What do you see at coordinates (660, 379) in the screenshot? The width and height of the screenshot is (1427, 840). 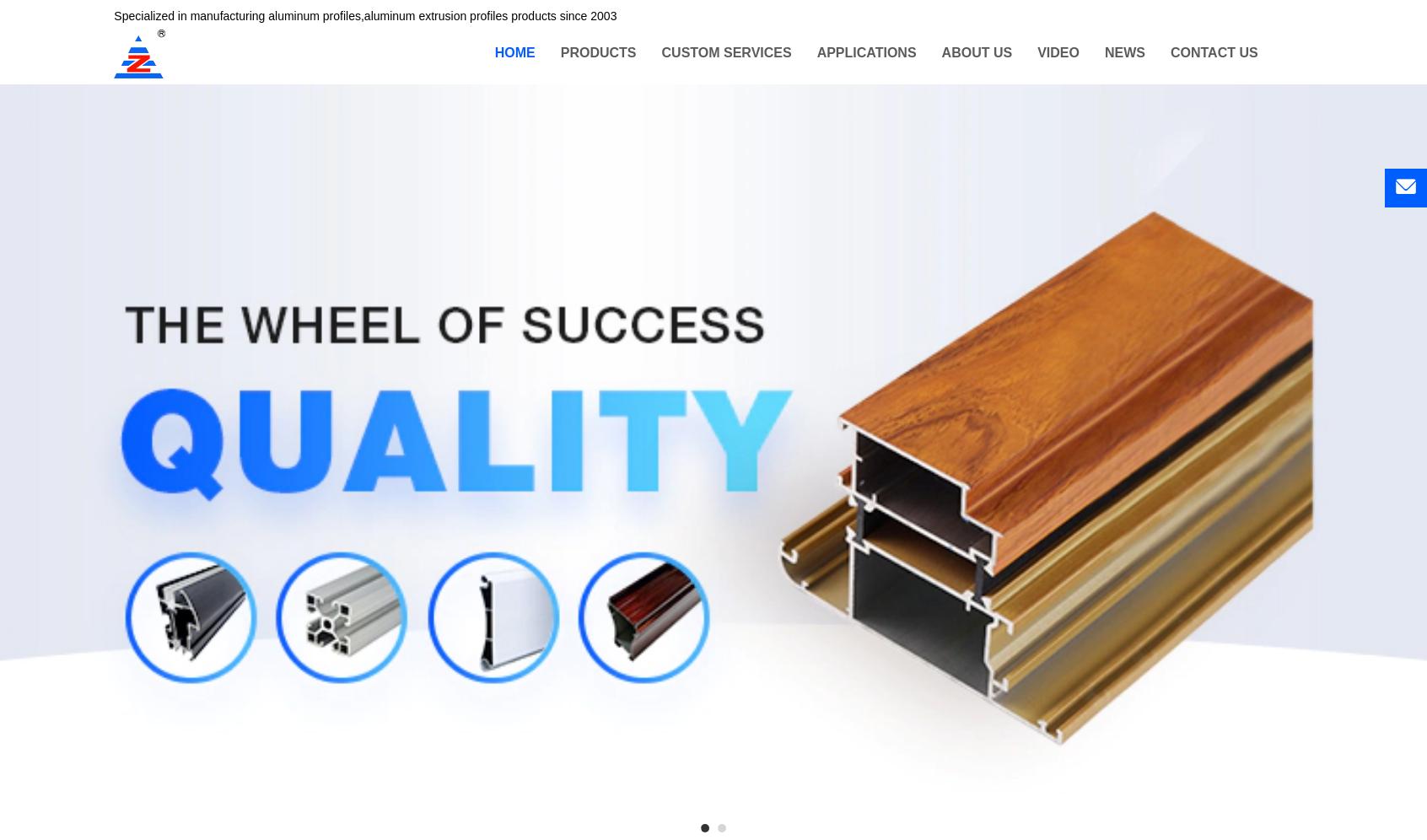 I see `'Aluminum Profile for Roller Shutter'` at bounding box center [660, 379].